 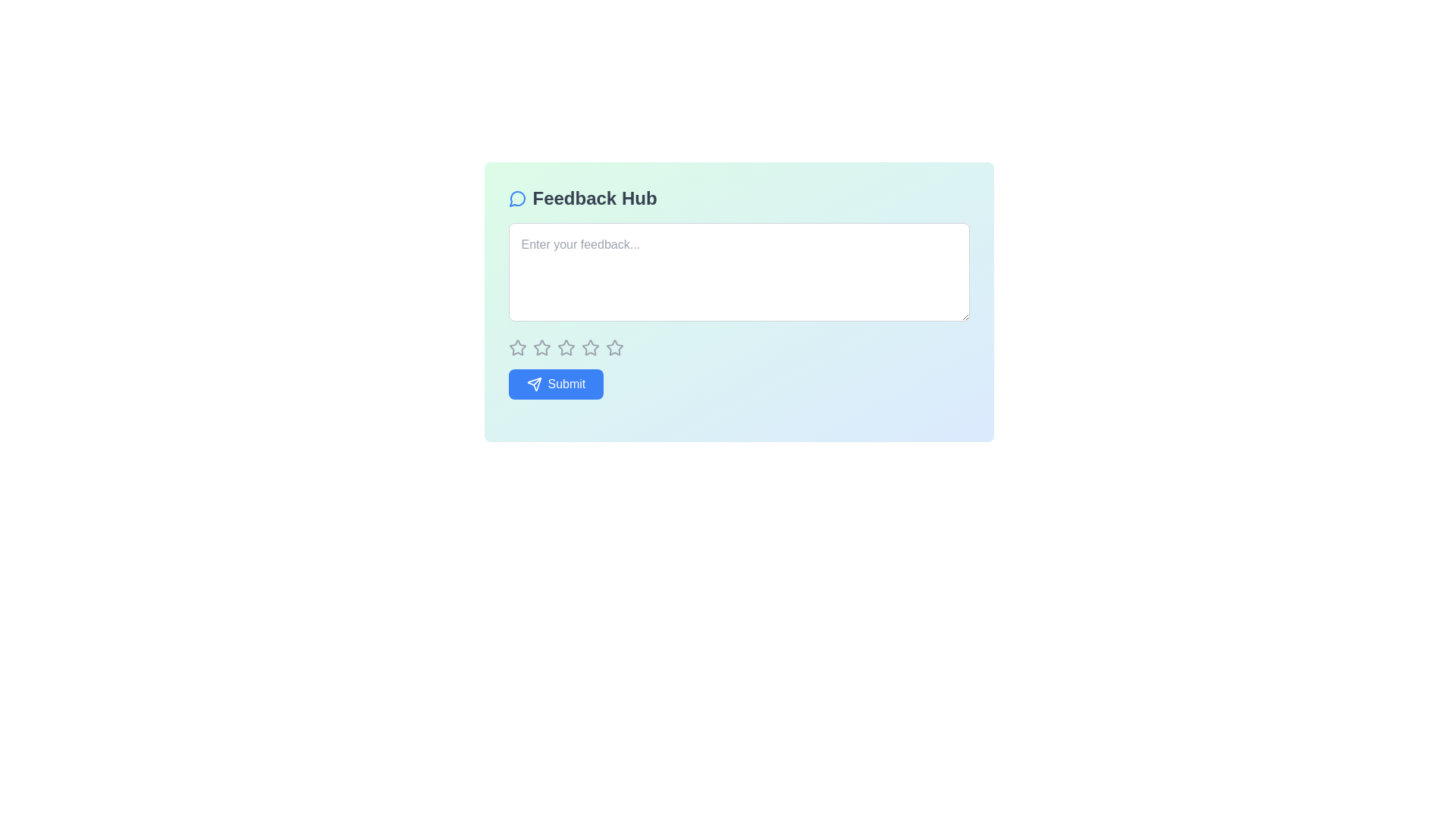 What do you see at coordinates (565, 347) in the screenshot?
I see `the second star icon in the five-star rating system` at bounding box center [565, 347].